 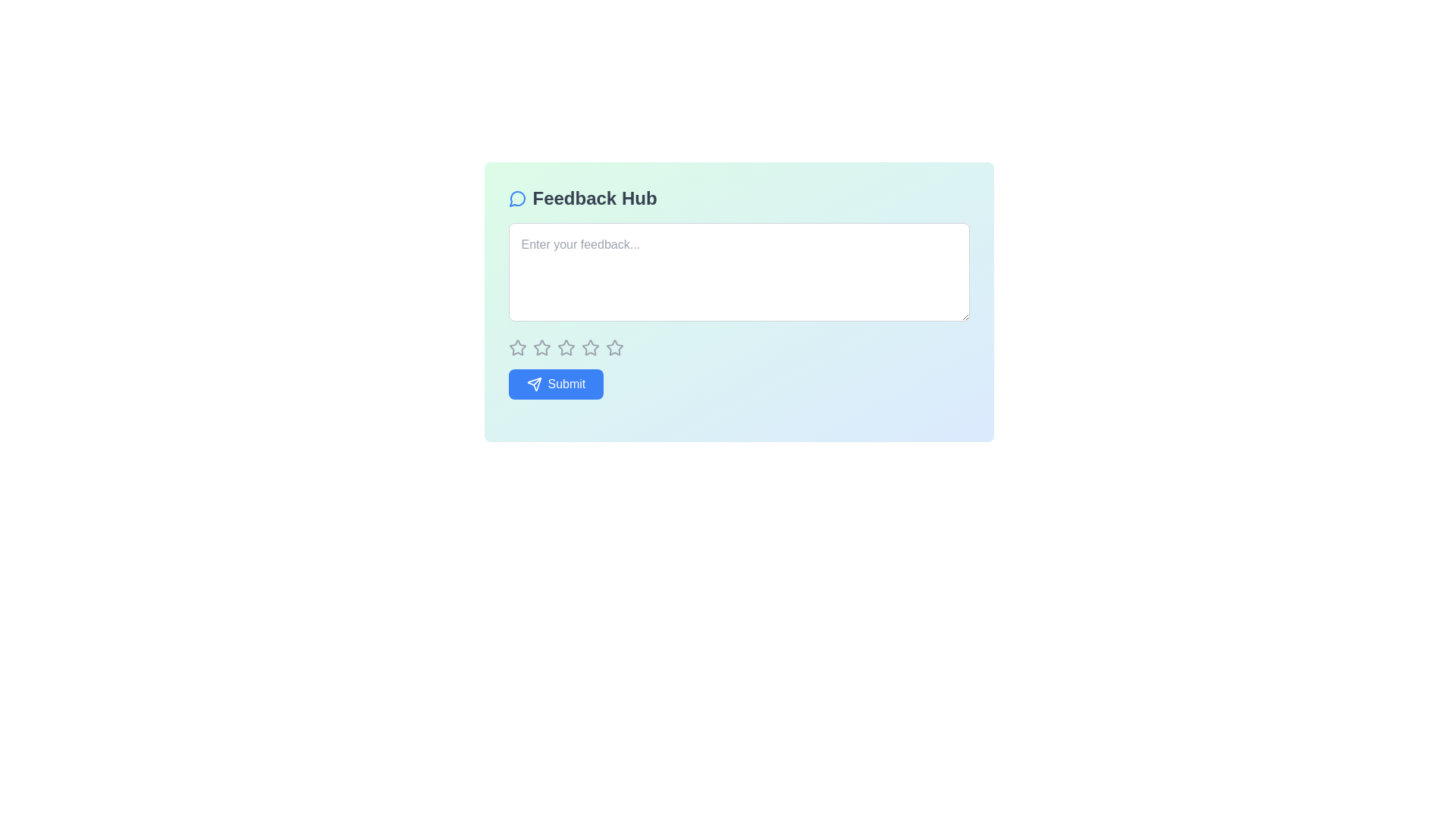 What do you see at coordinates (565, 347) in the screenshot?
I see `the second star icon in the five-star rating system` at bounding box center [565, 347].